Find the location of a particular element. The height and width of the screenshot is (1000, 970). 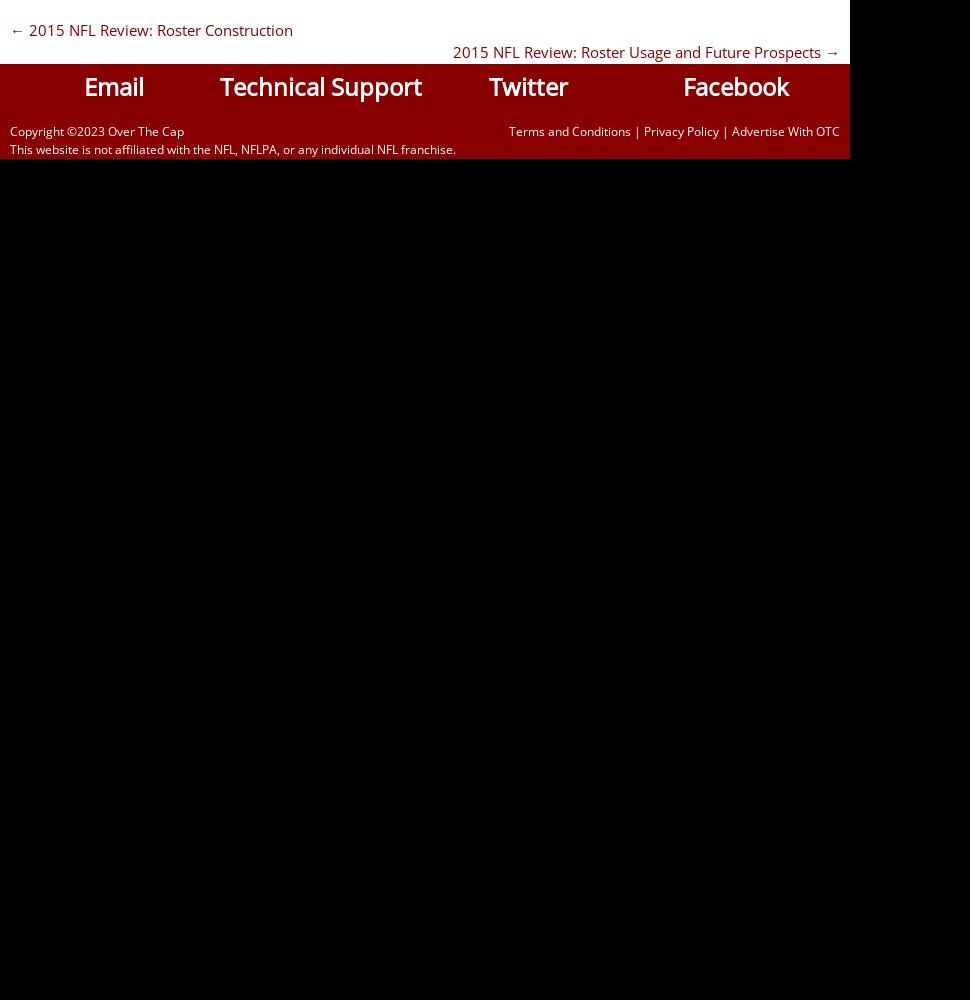

'Email' is located at coordinates (113, 84).